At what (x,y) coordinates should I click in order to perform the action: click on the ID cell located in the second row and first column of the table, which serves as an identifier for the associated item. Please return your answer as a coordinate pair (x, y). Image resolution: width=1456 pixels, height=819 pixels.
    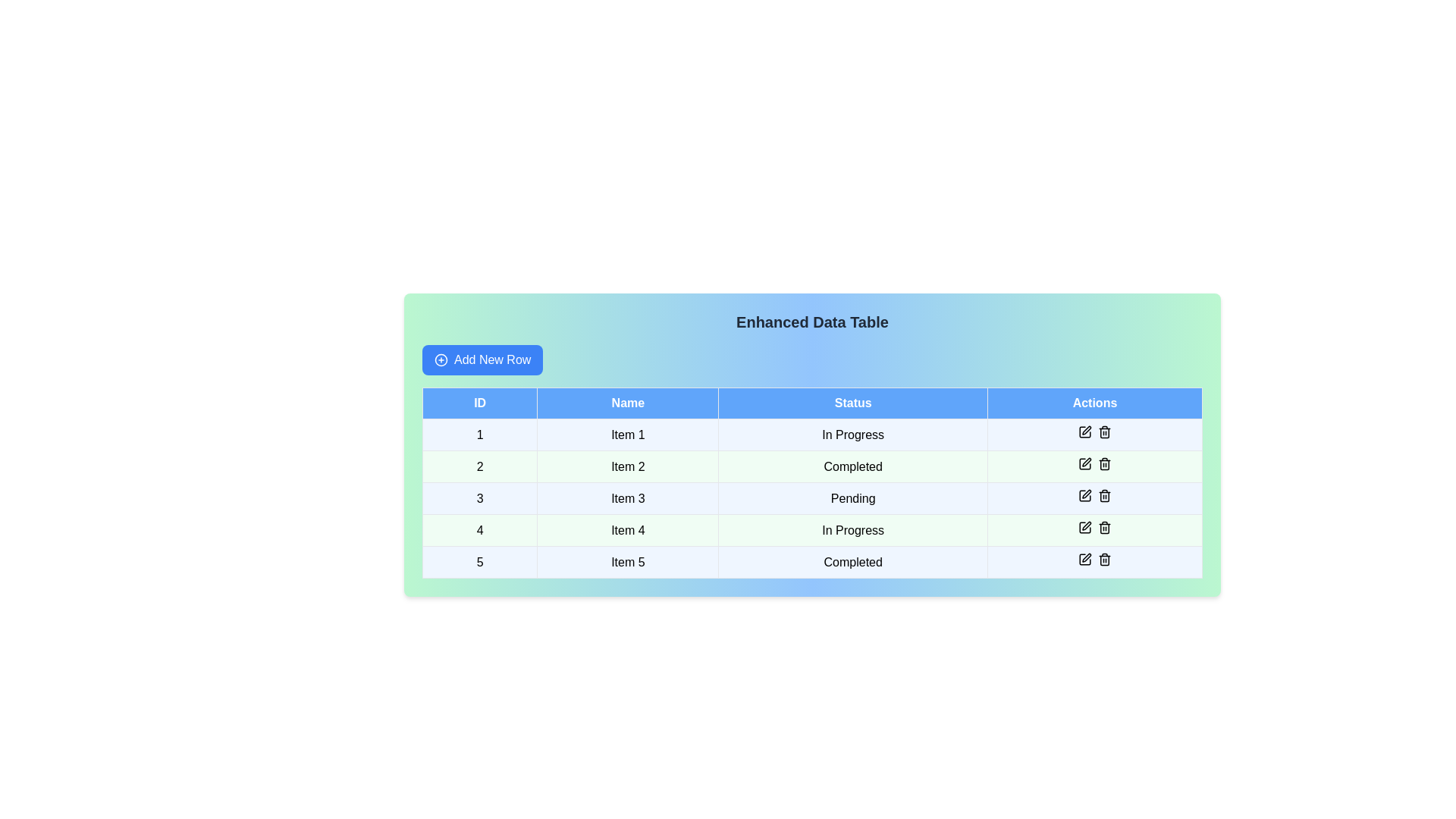
    Looking at the image, I should click on (479, 466).